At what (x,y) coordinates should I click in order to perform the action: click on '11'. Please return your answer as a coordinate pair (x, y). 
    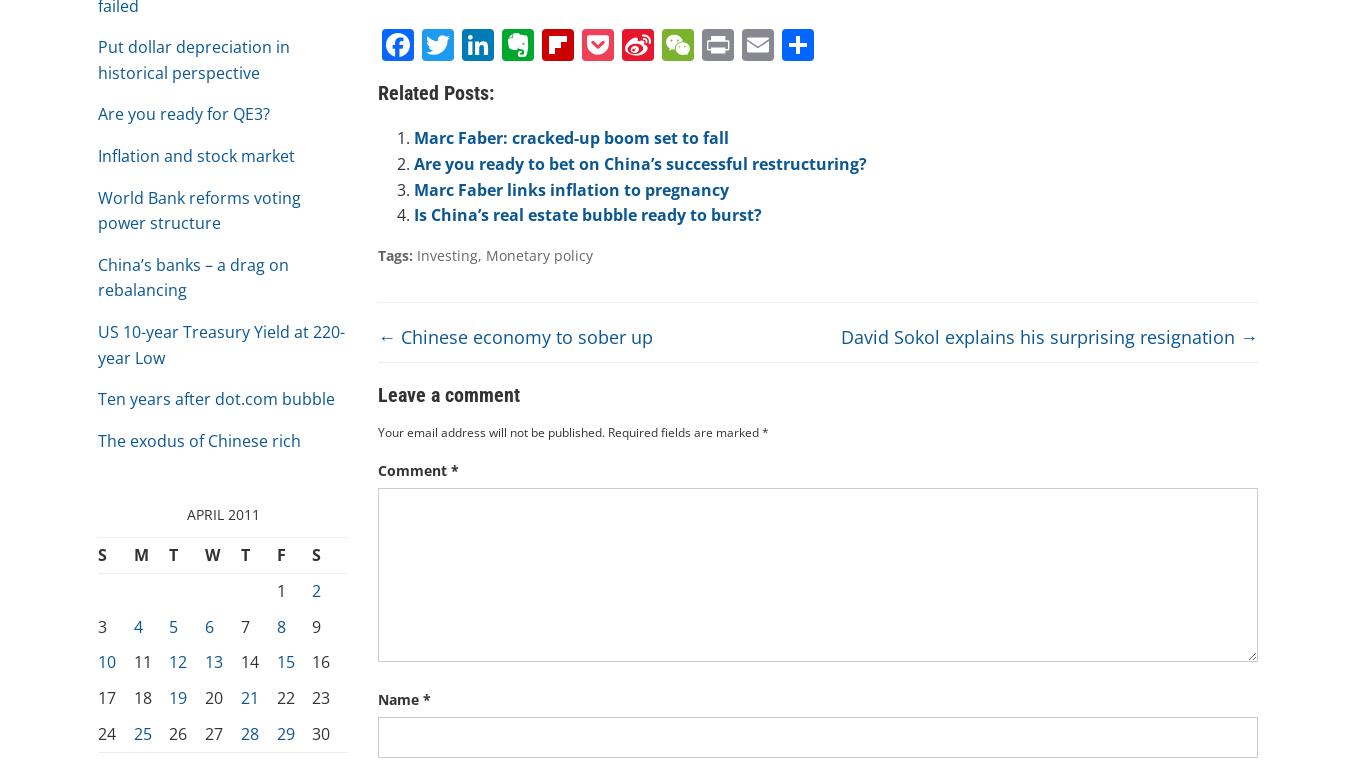
    Looking at the image, I should click on (141, 661).